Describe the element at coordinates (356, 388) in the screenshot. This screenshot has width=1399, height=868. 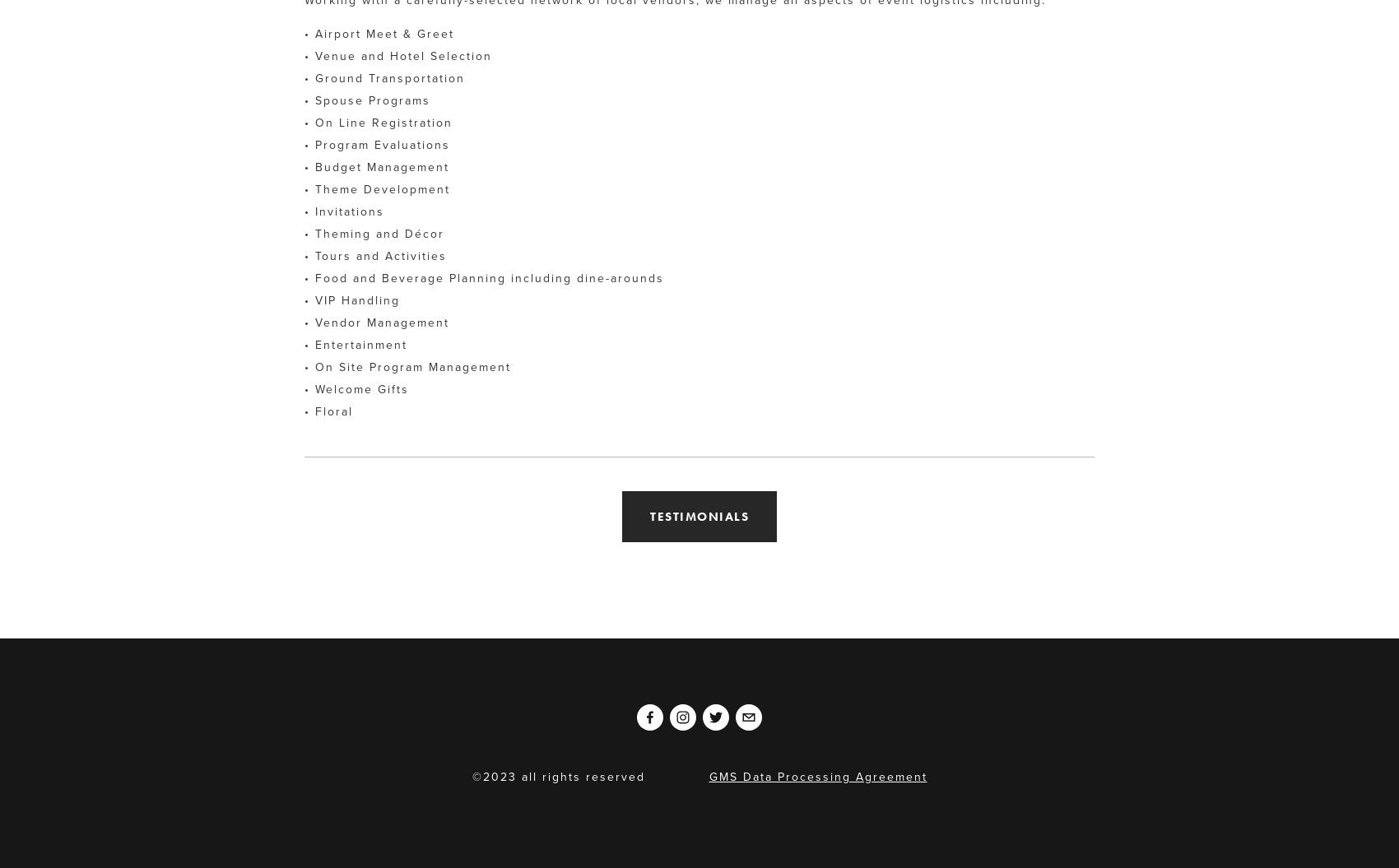
I see `'• Welcome Gifts'` at that location.